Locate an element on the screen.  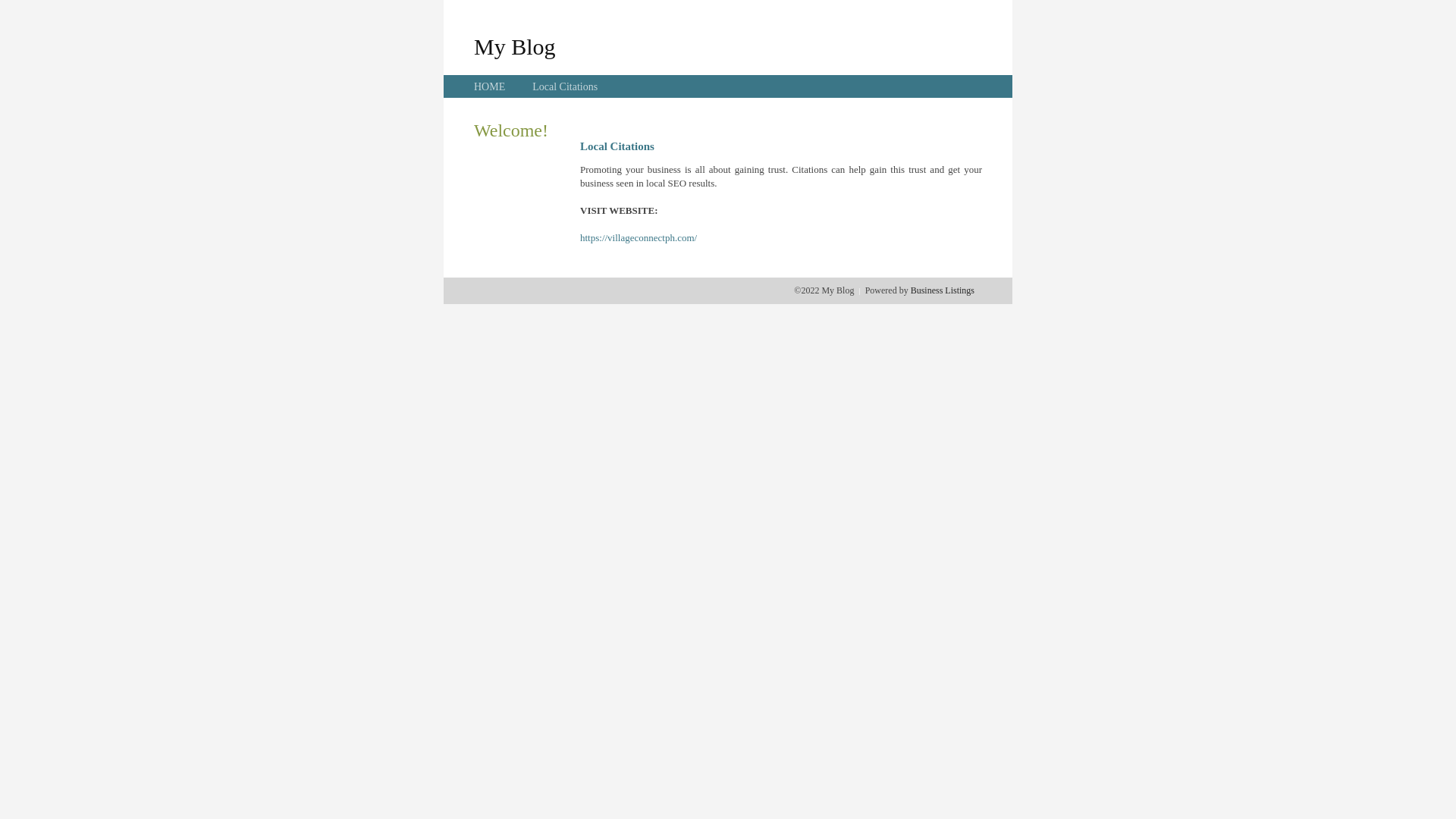
'HOME' is located at coordinates (472, 86).